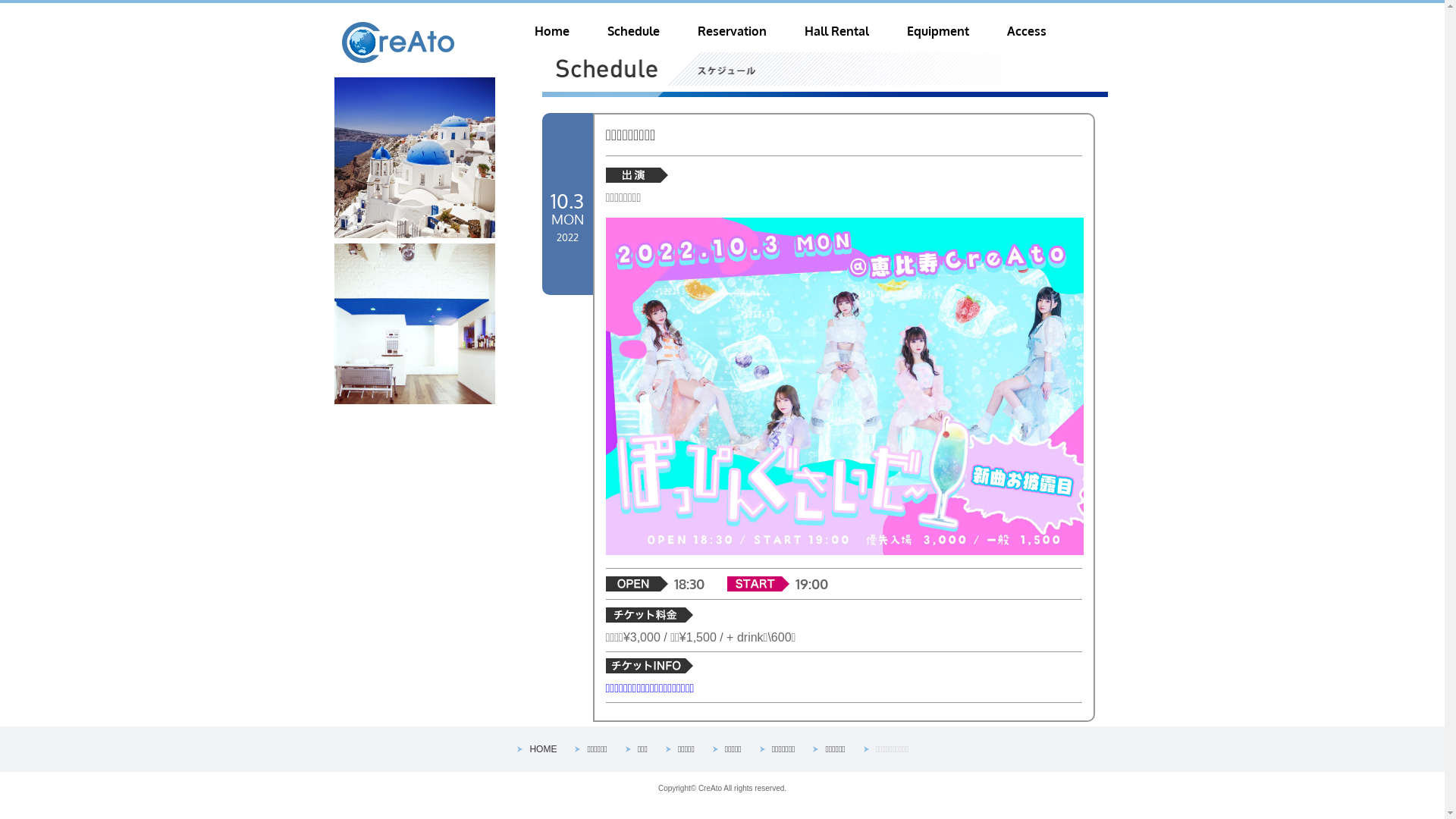 The height and width of the screenshot is (819, 1456). Describe the element at coordinates (732, 31) in the screenshot. I see `'Reservation'` at that location.